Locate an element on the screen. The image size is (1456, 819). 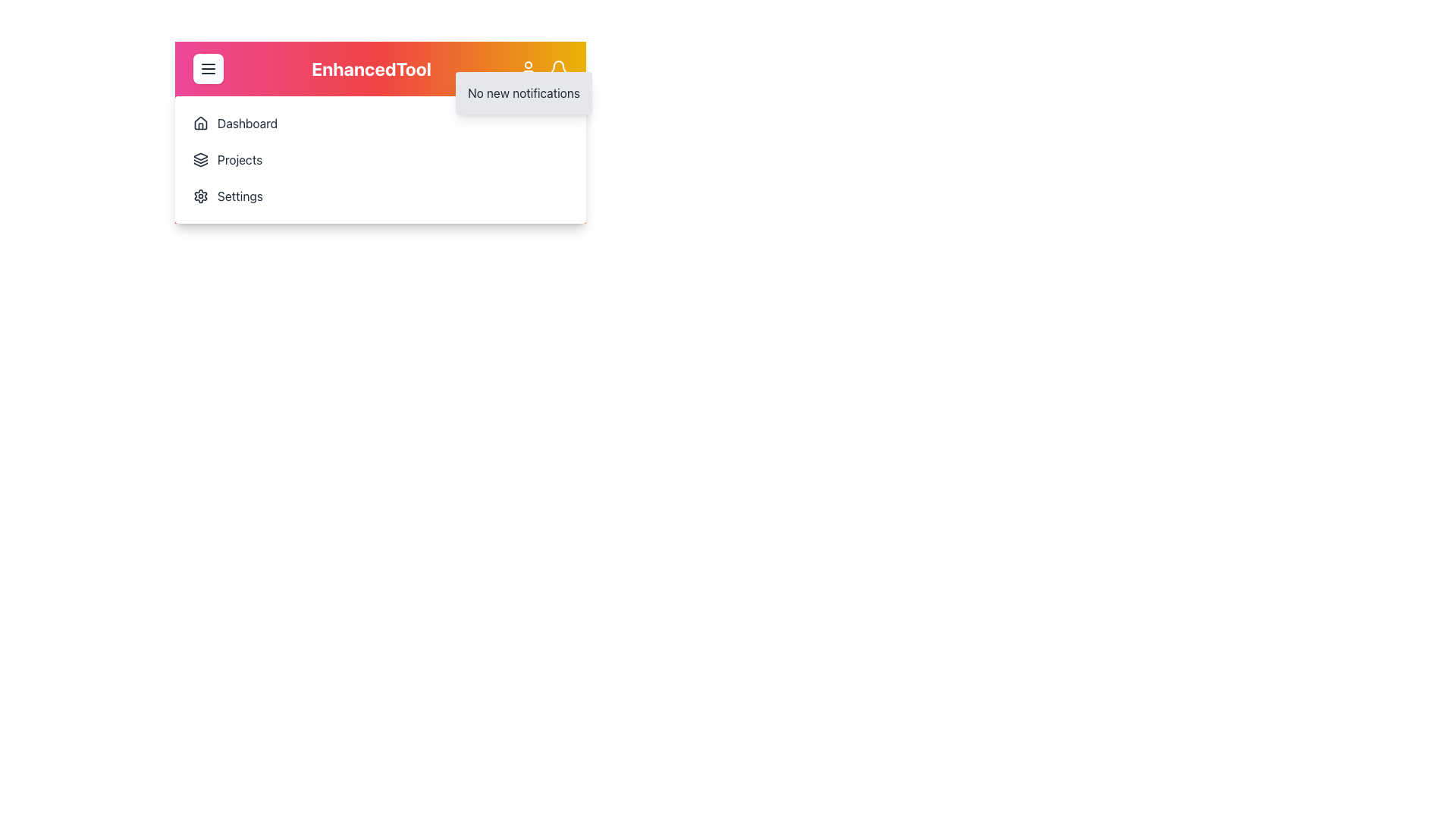
the house-shaped icon located beside the 'Dashboard' text is located at coordinates (199, 122).